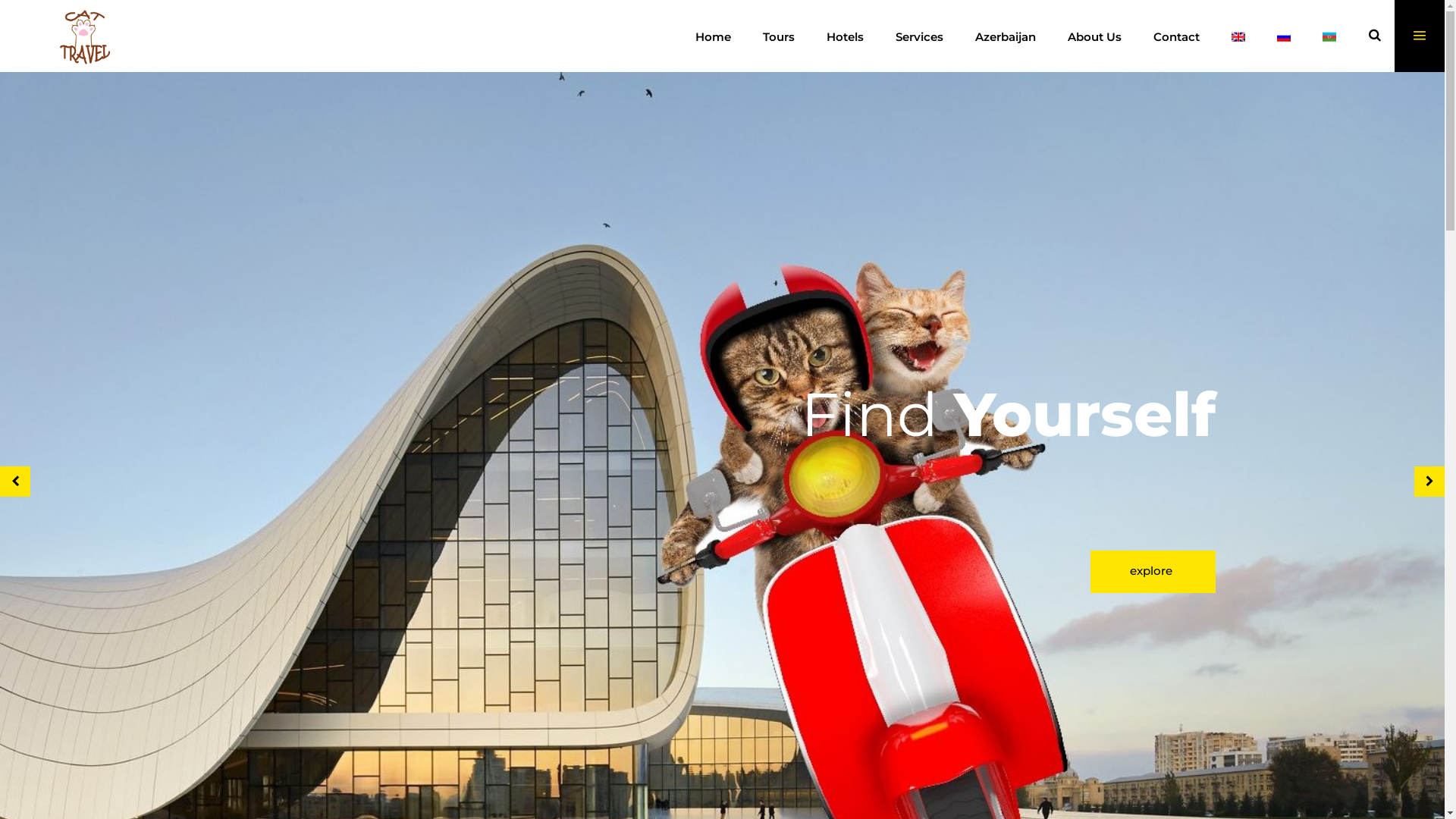 The image size is (1456, 819). Describe the element at coordinates (918, 35) in the screenshot. I see `'Services'` at that location.